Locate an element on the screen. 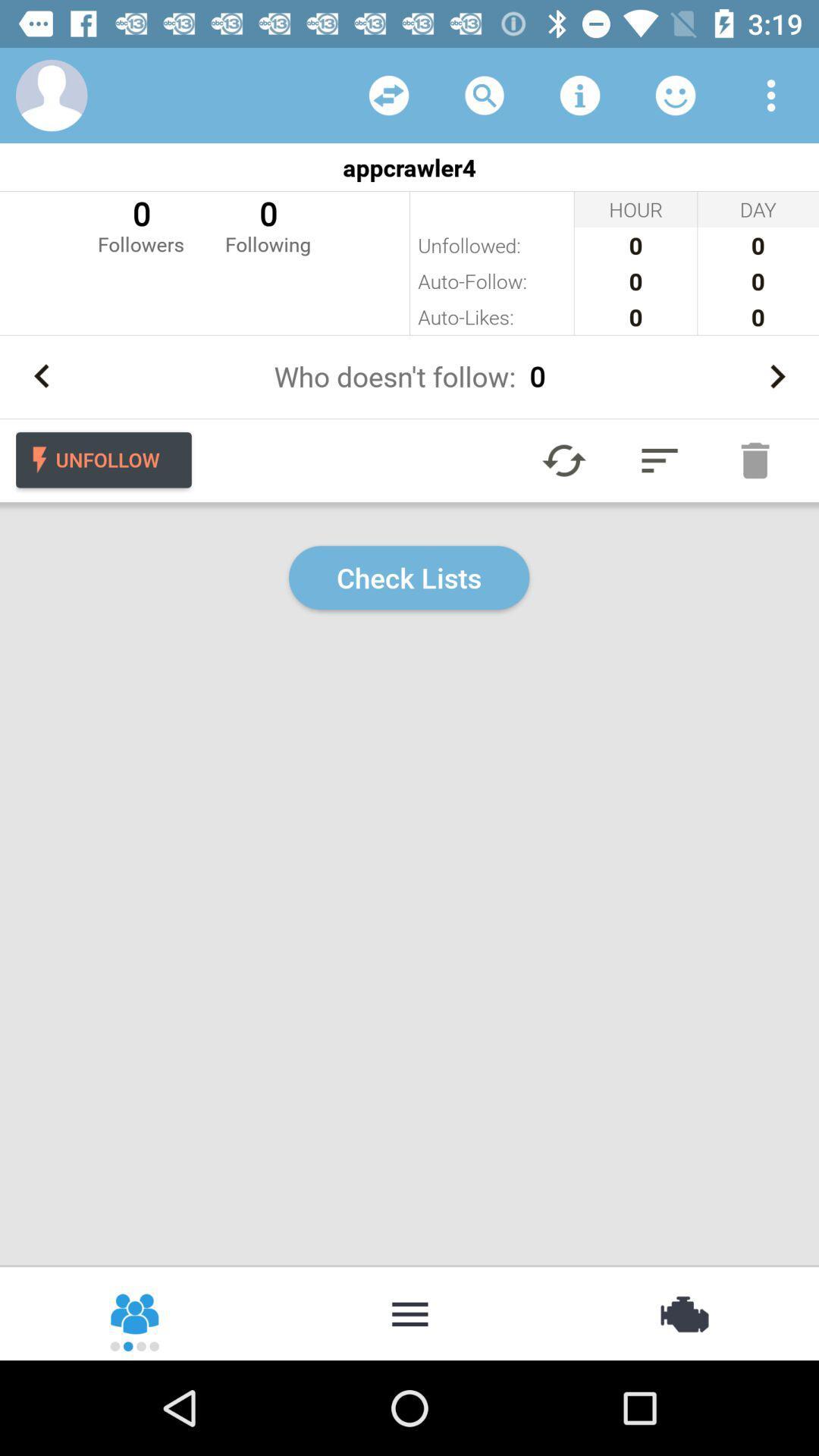 This screenshot has width=819, height=1456. open drop down menu is located at coordinates (771, 94).